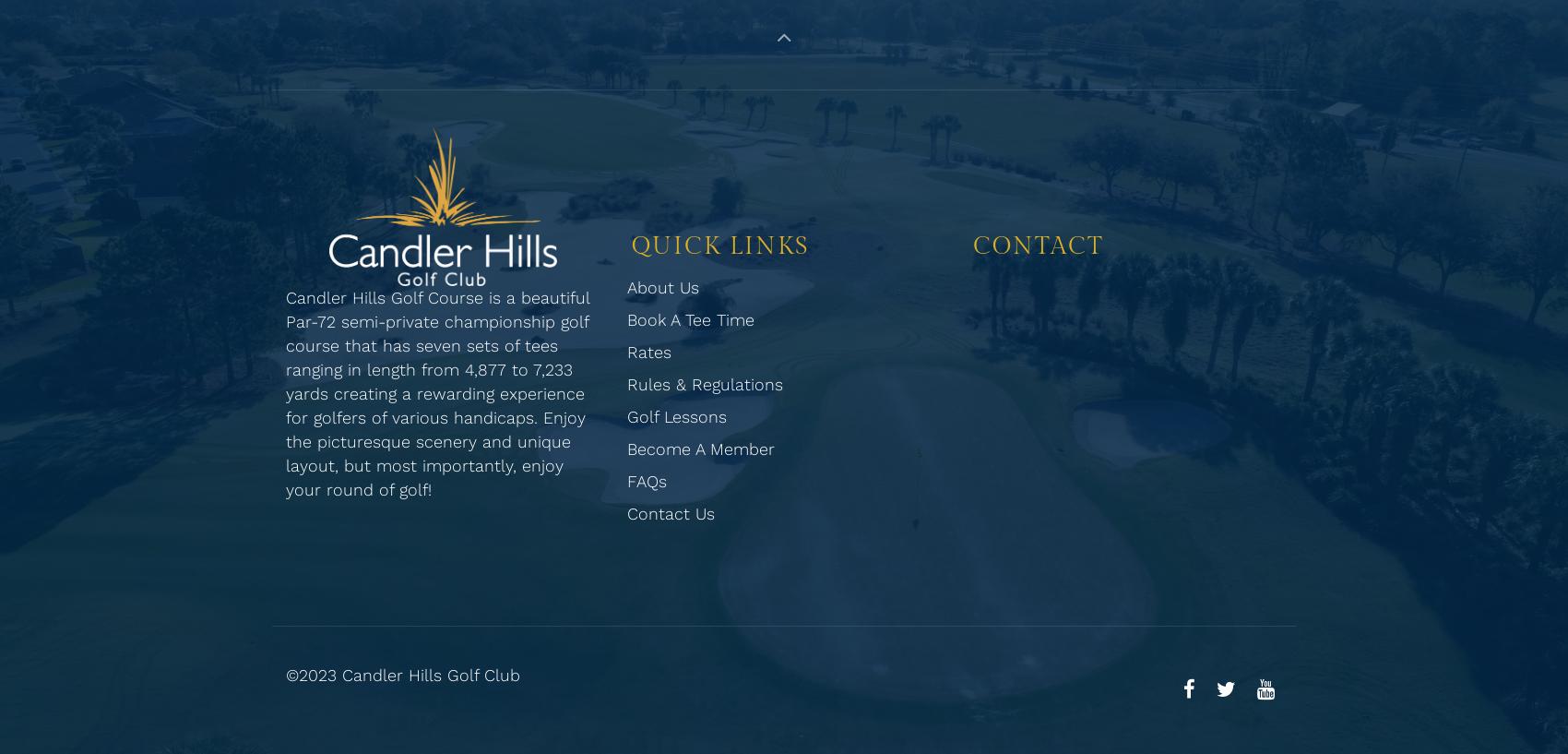 Image resolution: width=1568 pixels, height=754 pixels. I want to click on 'CONTACT', so click(1039, 245).